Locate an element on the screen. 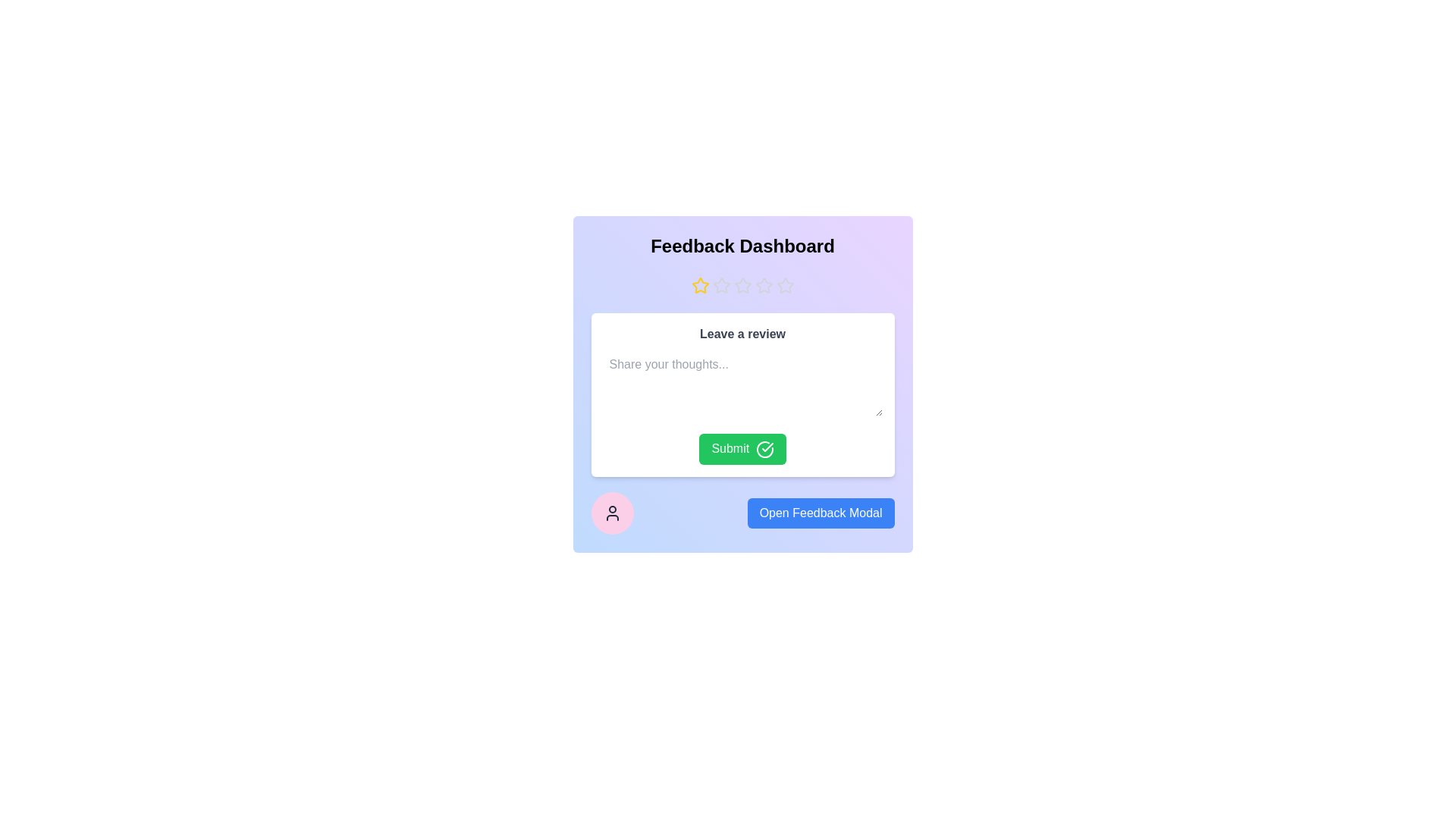  circular green checkmark icon located to the right of the 'Submit' button for accessibility purposes is located at coordinates (764, 448).